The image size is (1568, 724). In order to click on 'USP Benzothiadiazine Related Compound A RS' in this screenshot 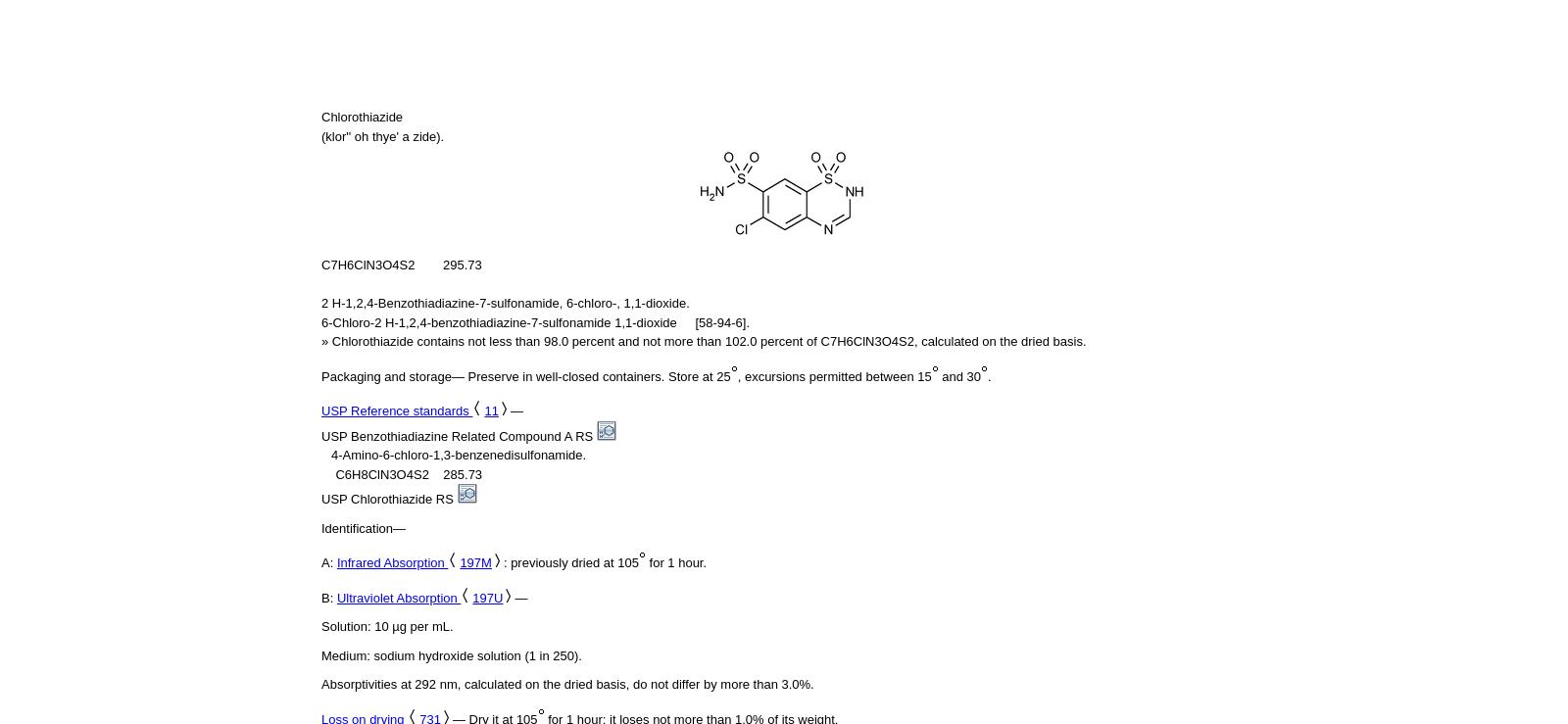, I will do `click(458, 435)`.